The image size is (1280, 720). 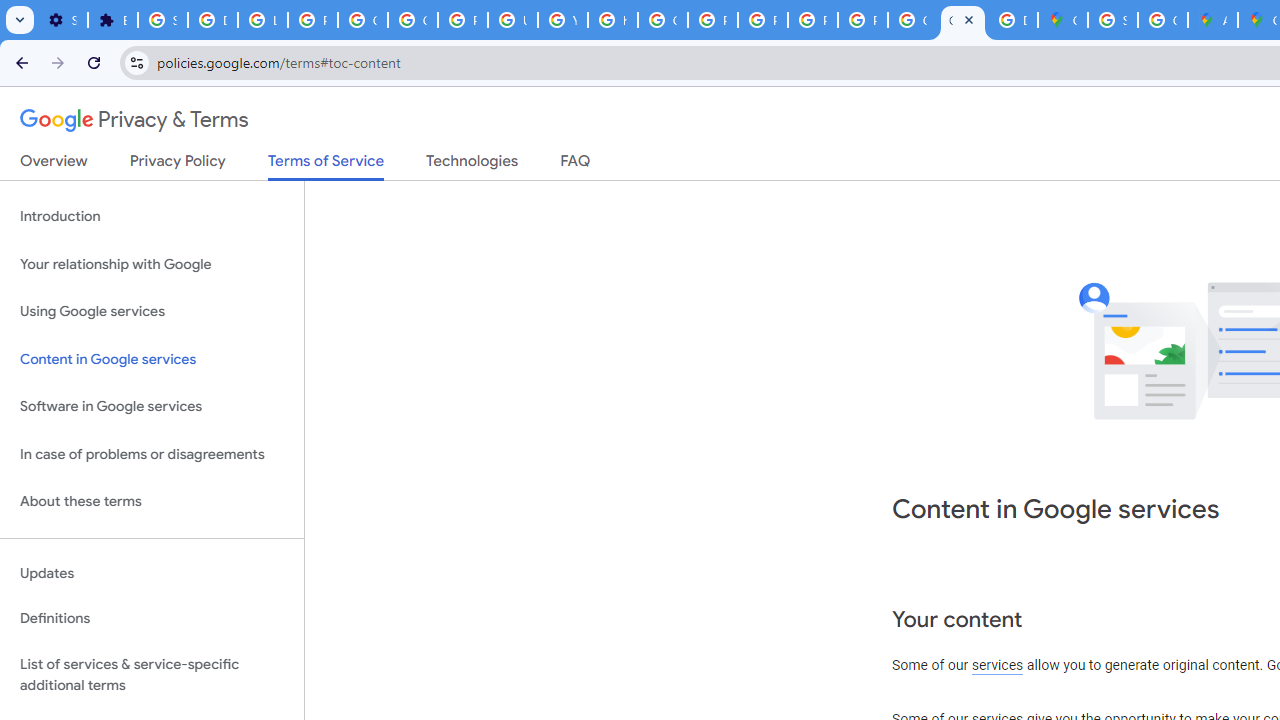 I want to click on 'Definitions', so click(x=151, y=618).